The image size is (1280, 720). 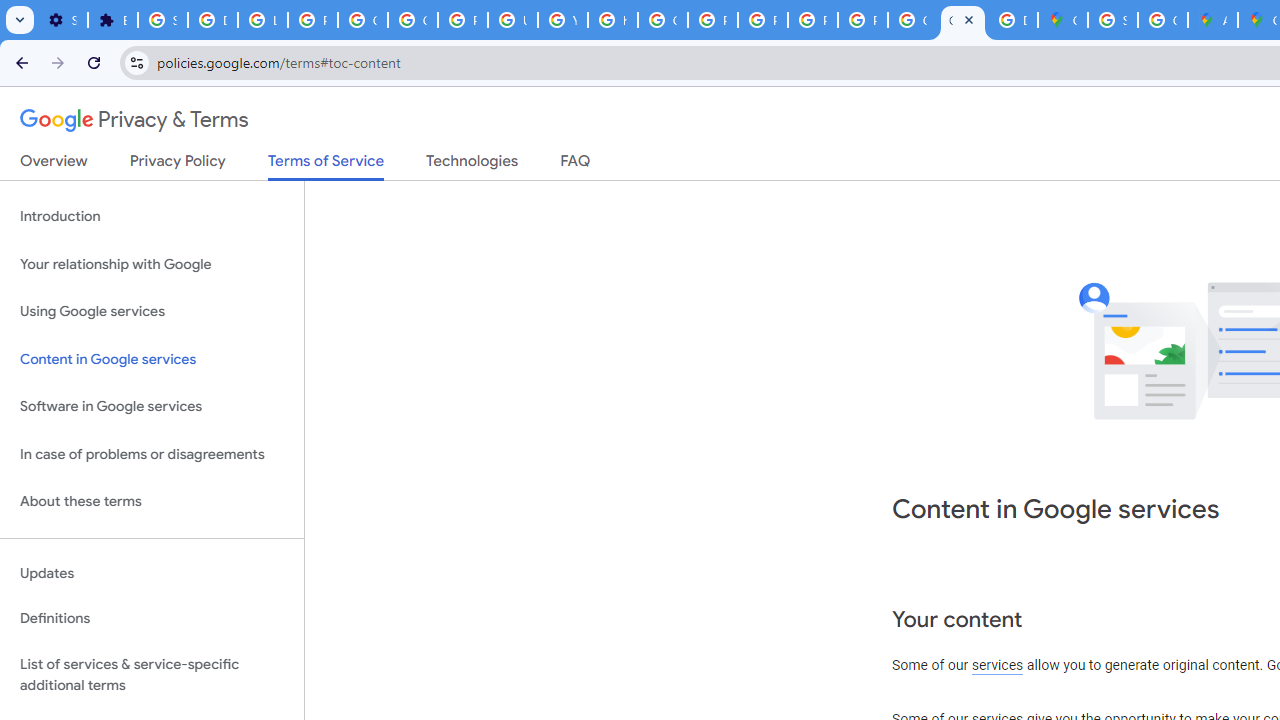 I want to click on 'Definitions', so click(x=151, y=618).